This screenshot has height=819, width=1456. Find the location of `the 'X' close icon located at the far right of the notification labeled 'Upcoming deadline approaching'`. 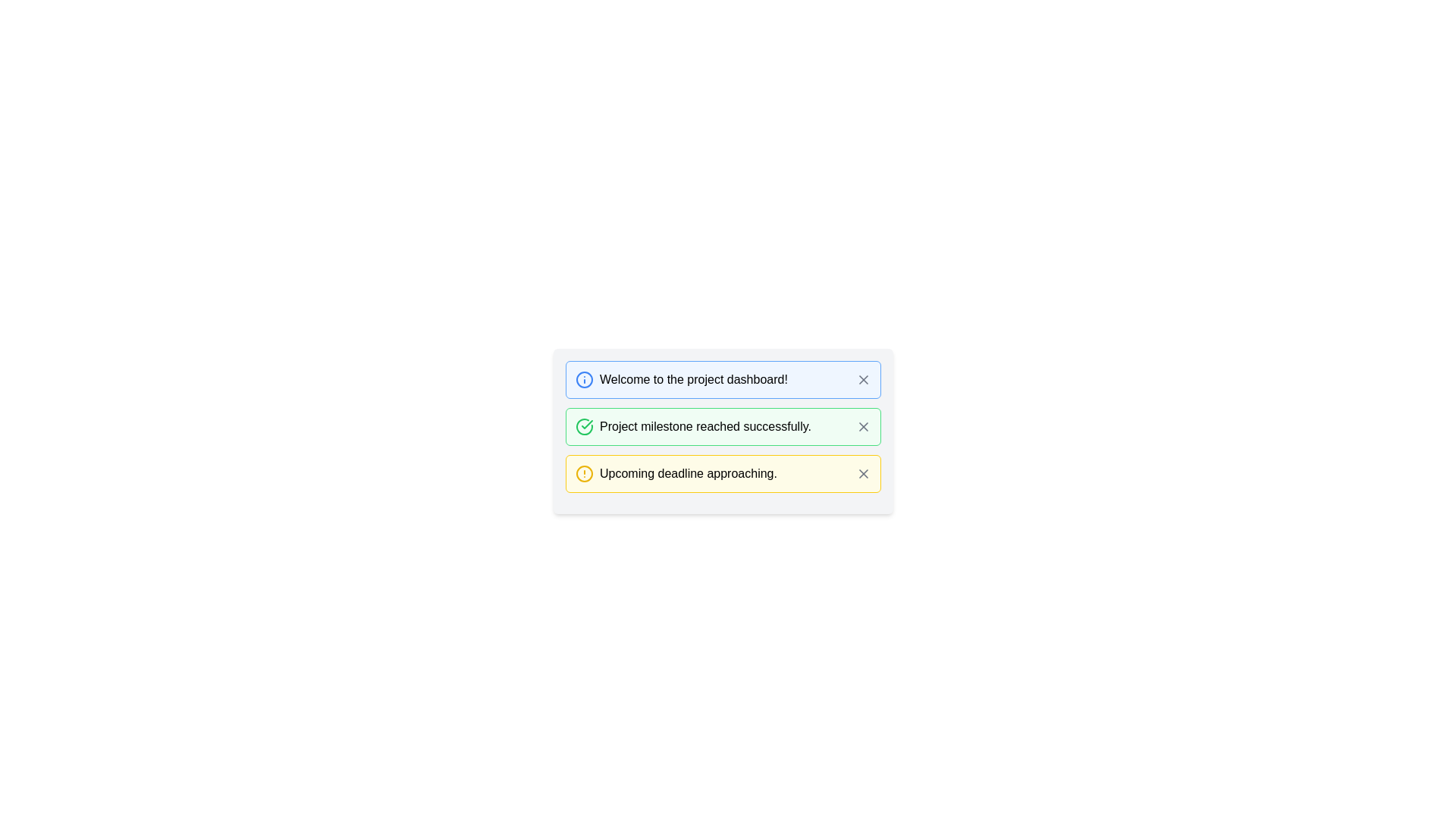

the 'X' close icon located at the far right of the notification labeled 'Upcoming deadline approaching' is located at coordinates (863, 472).